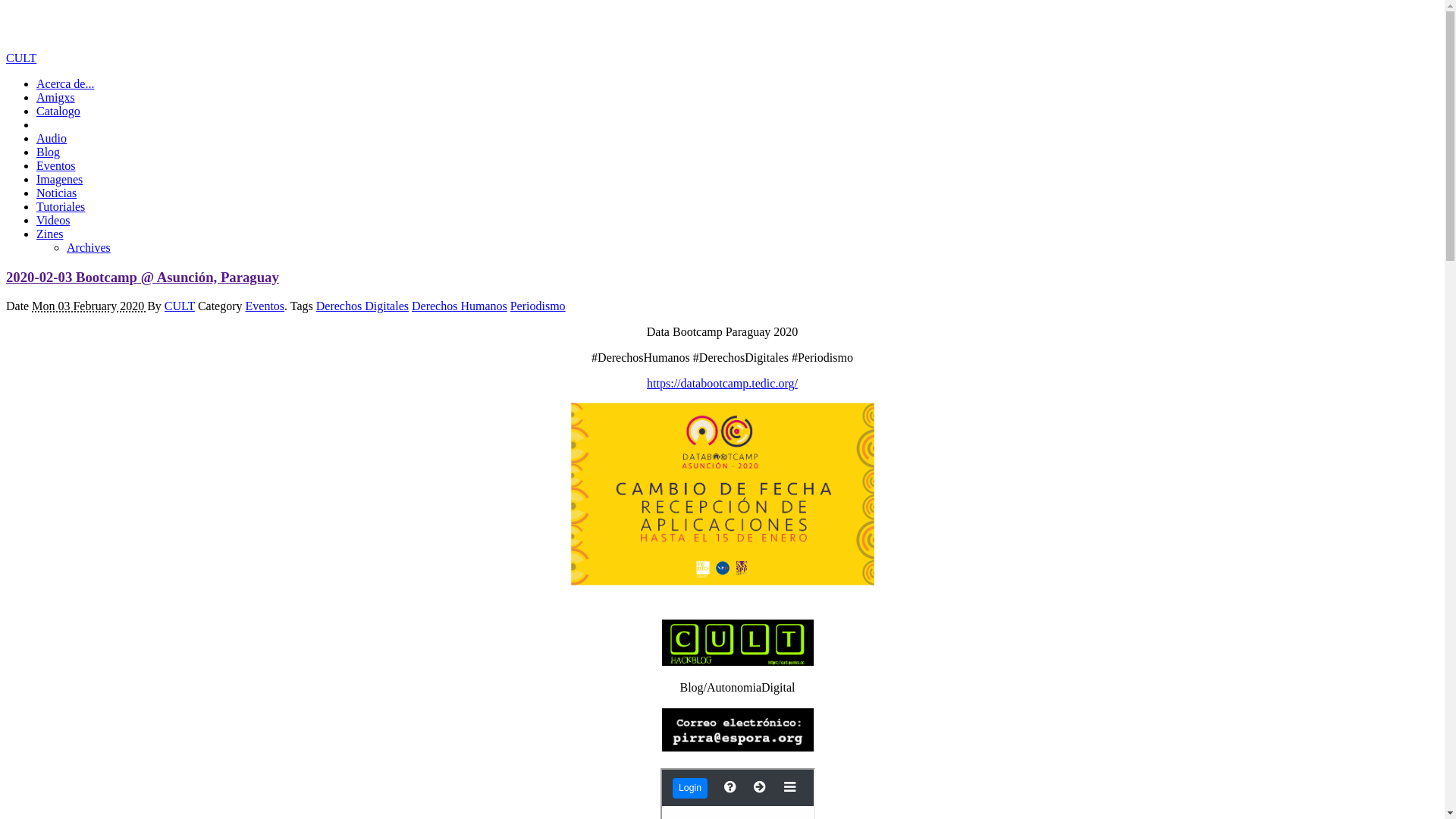 The image size is (1456, 819). I want to click on 'CULT', so click(179, 306).